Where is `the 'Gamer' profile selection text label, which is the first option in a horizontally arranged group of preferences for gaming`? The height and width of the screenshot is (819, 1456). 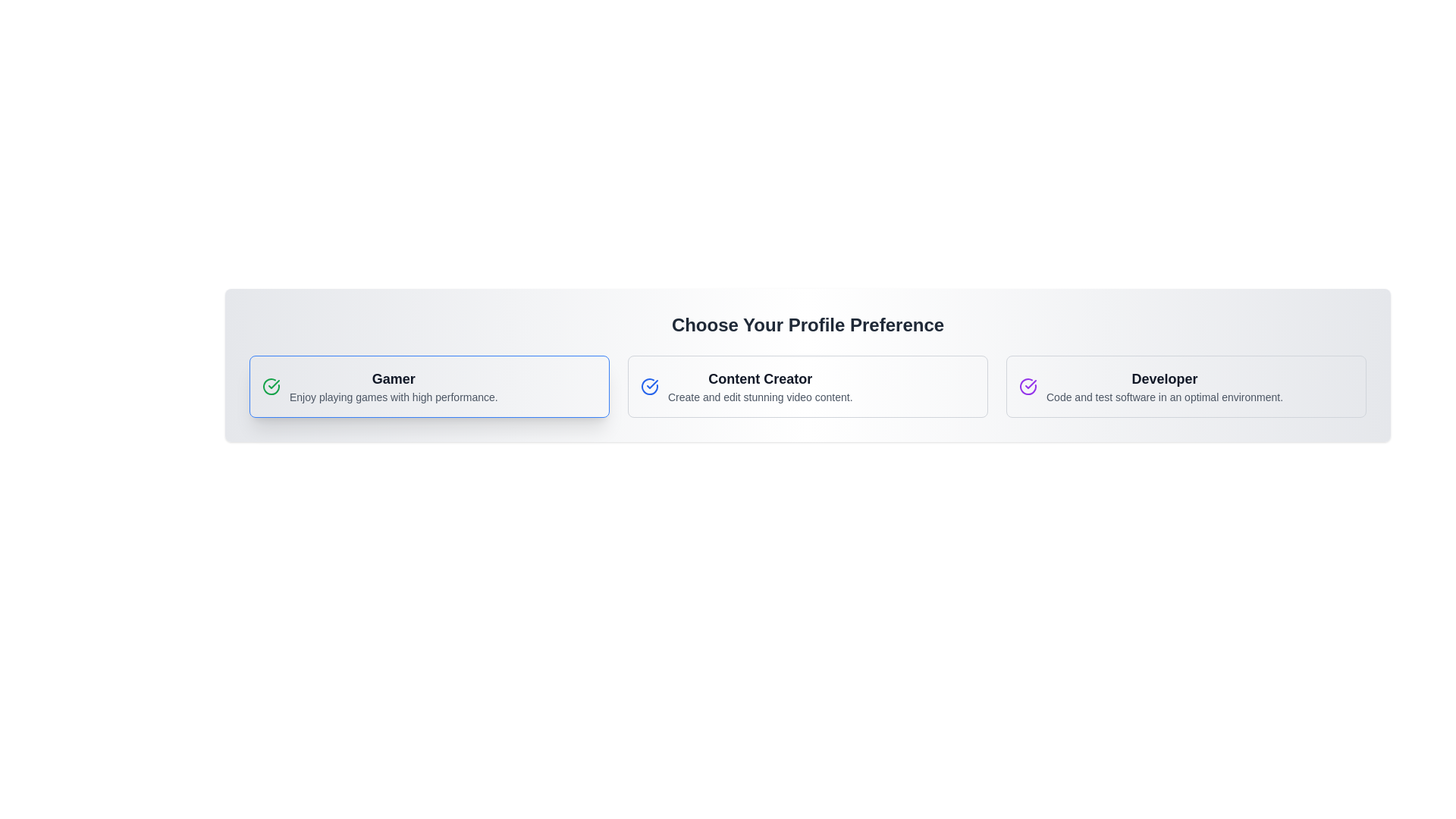
the 'Gamer' profile selection text label, which is the first option in a horizontally arranged group of preferences for gaming is located at coordinates (394, 385).